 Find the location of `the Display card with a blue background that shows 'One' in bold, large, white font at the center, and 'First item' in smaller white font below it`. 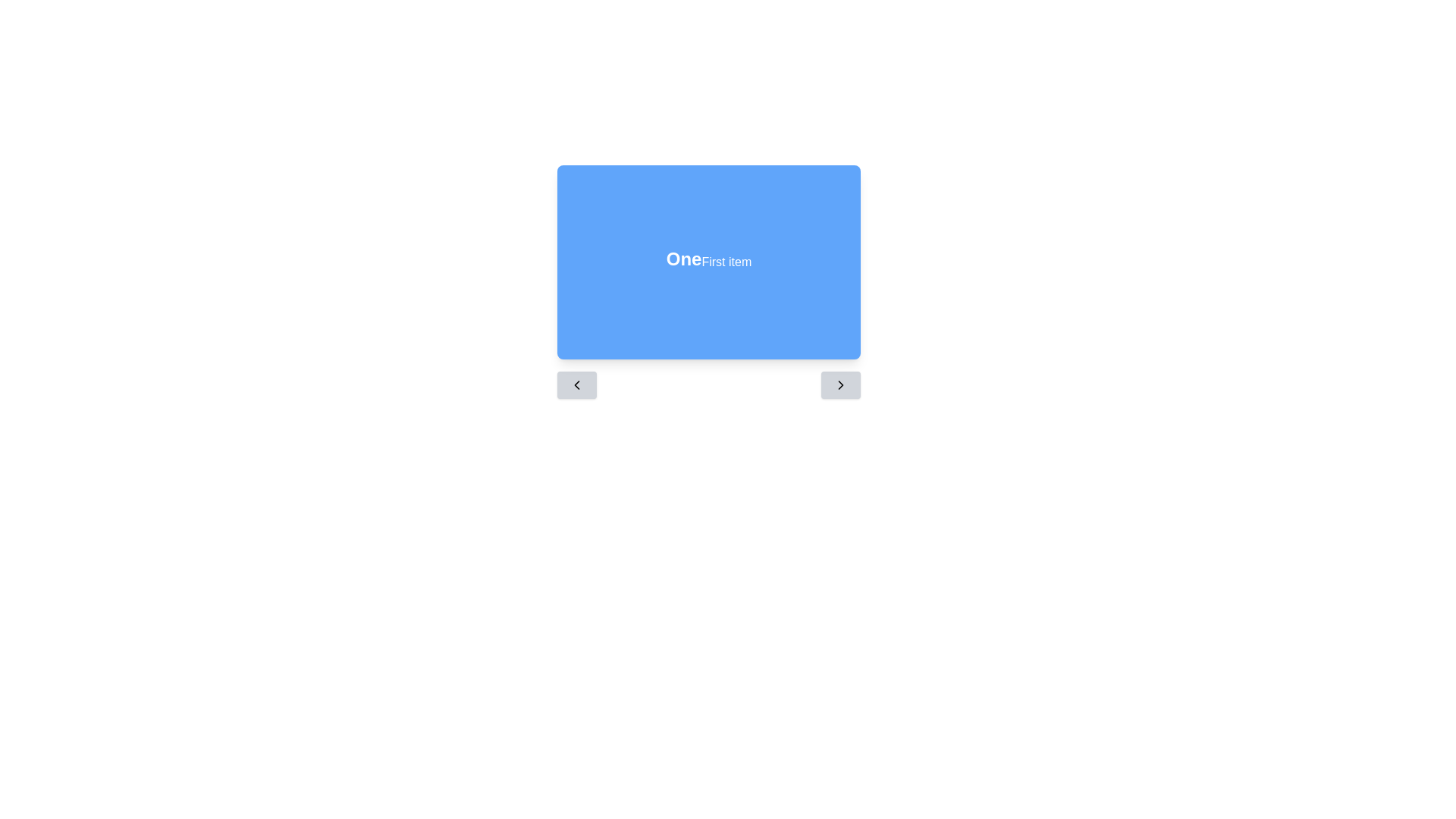

the Display card with a blue background that shows 'One' in bold, large, white font at the center, and 'First item' in smaller white font below it is located at coordinates (708, 262).